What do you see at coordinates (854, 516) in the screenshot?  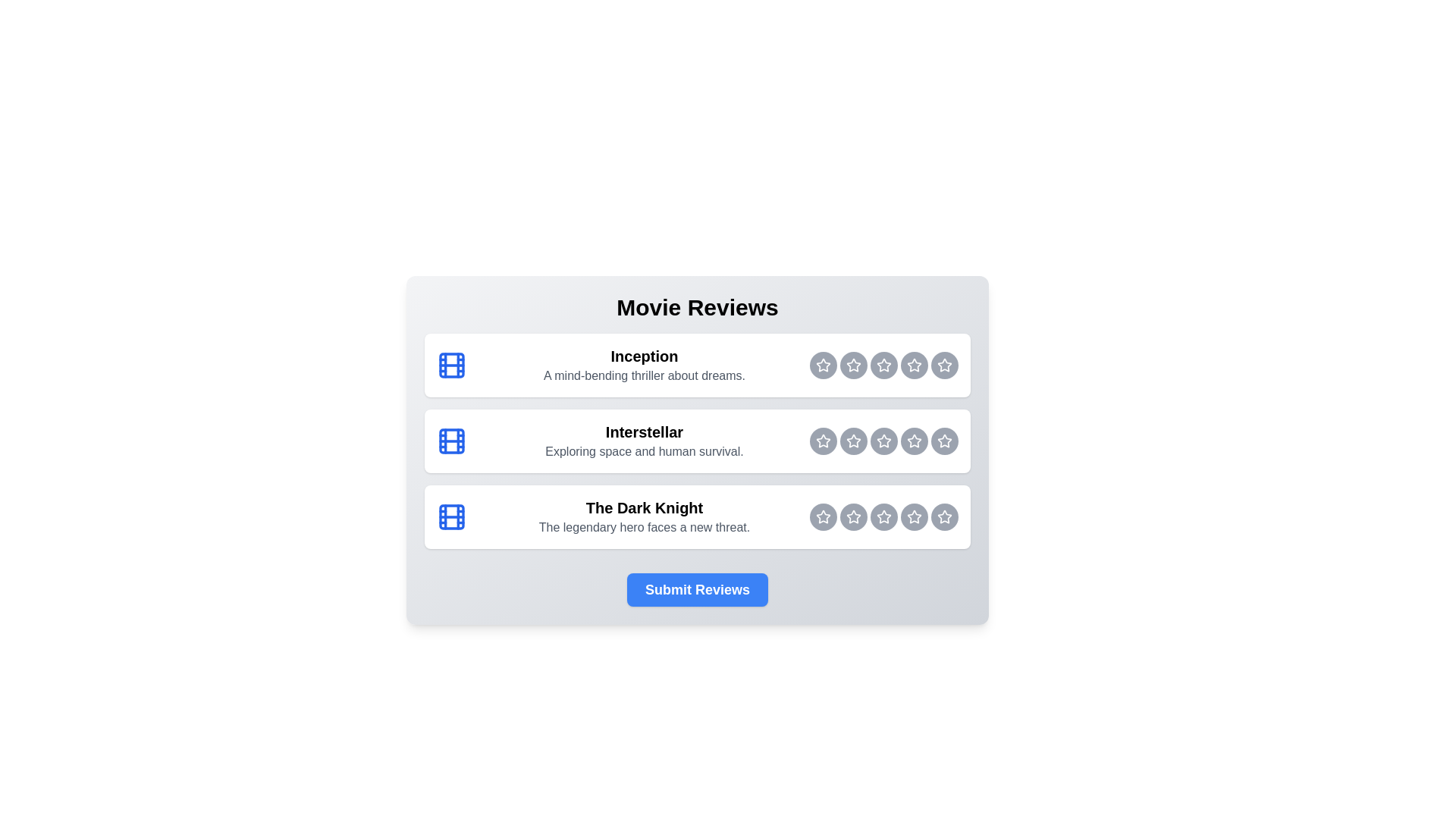 I see `the rating button for The Dark Knight at 2 stars` at bounding box center [854, 516].